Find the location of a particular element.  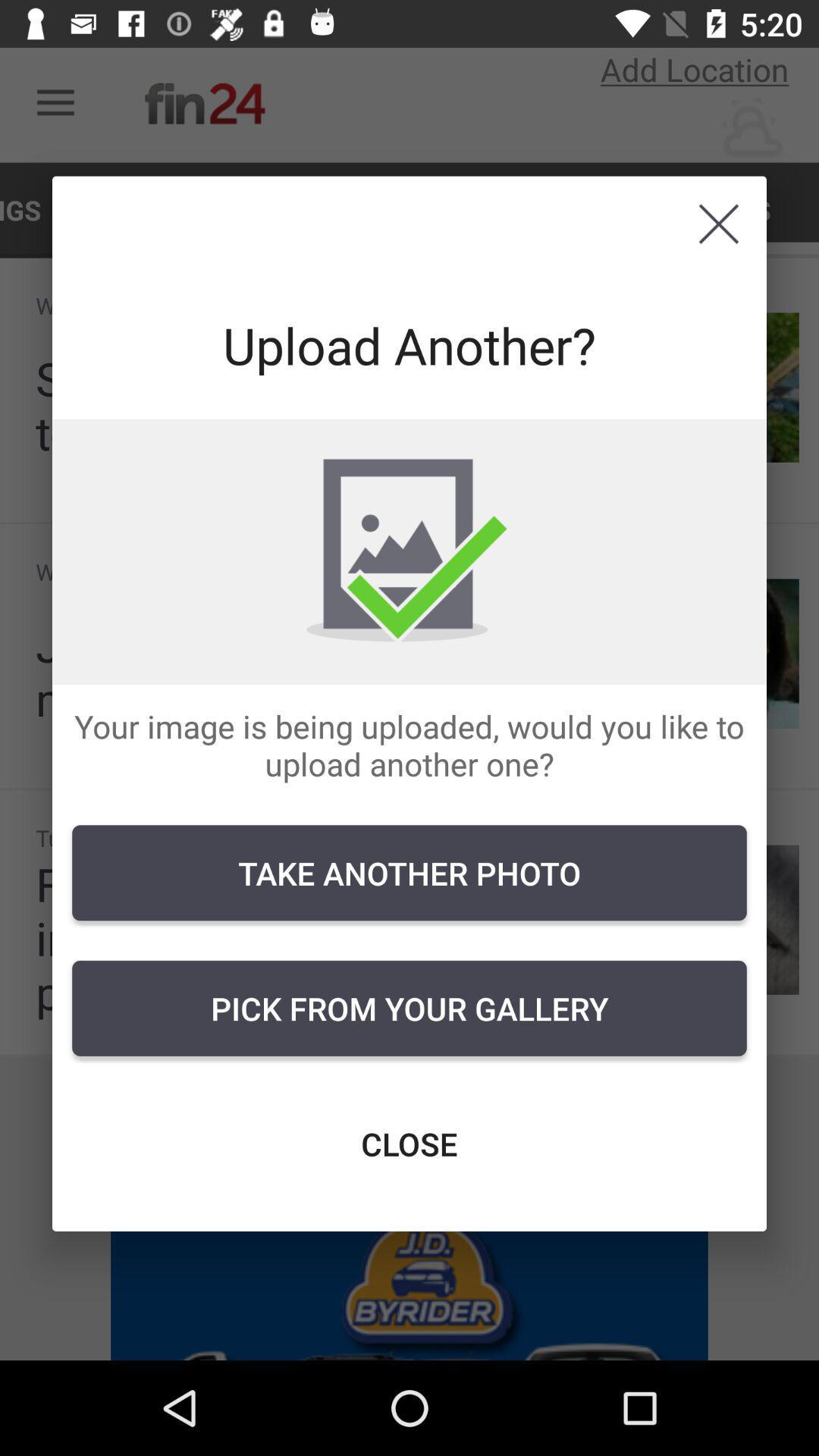

the icon above the close item is located at coordinates (409, 1008).